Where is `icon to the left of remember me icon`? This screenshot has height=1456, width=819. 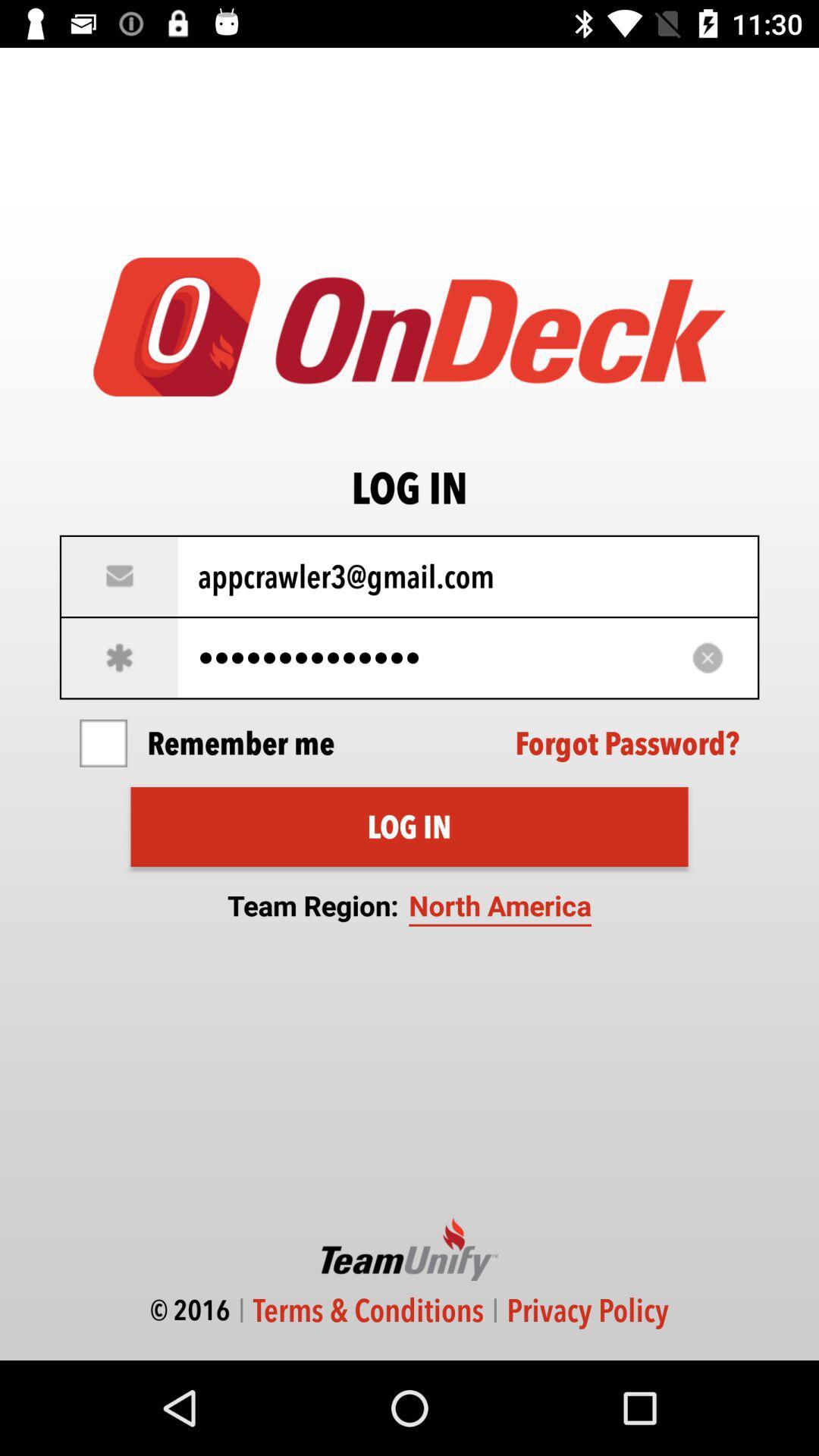
icon to the left of remember me icon is located at coordinates (102, 743).